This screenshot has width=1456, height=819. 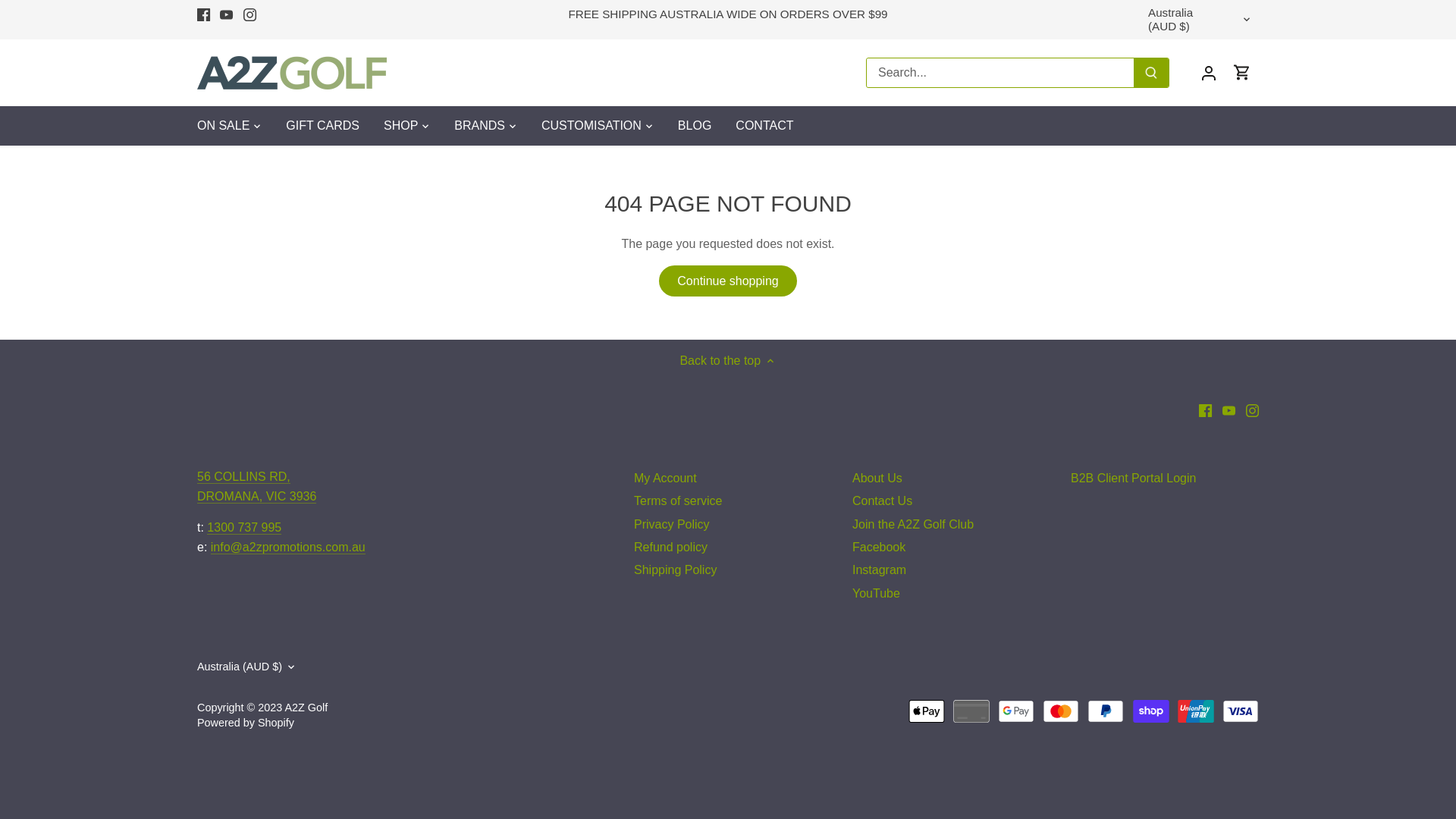 I want to click on 'SHOP', so click(x=400, y=125).